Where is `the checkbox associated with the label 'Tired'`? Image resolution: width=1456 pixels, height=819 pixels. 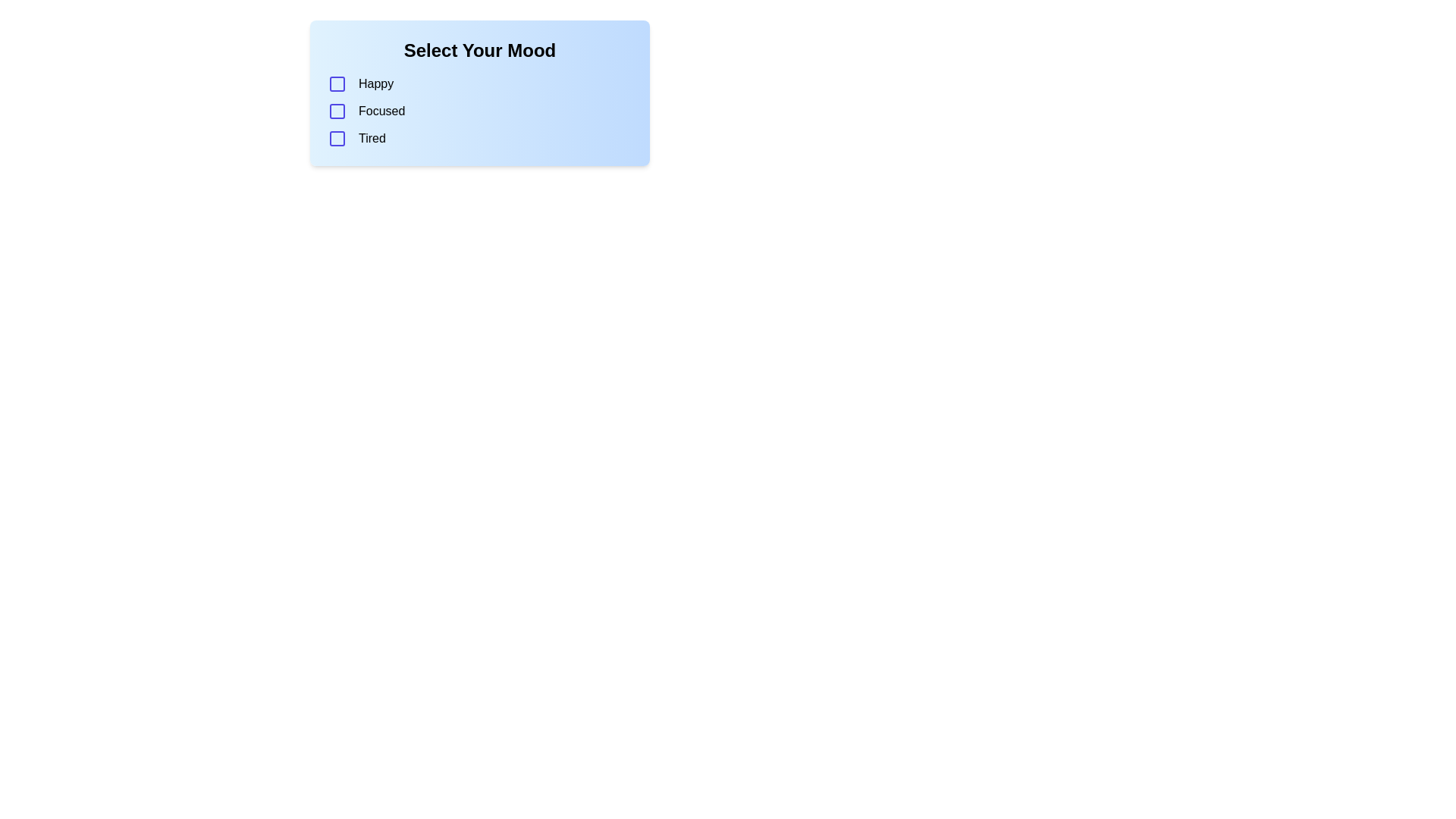
the checkbox associated with the label 'Tired' is located at coordinates (337, 138).